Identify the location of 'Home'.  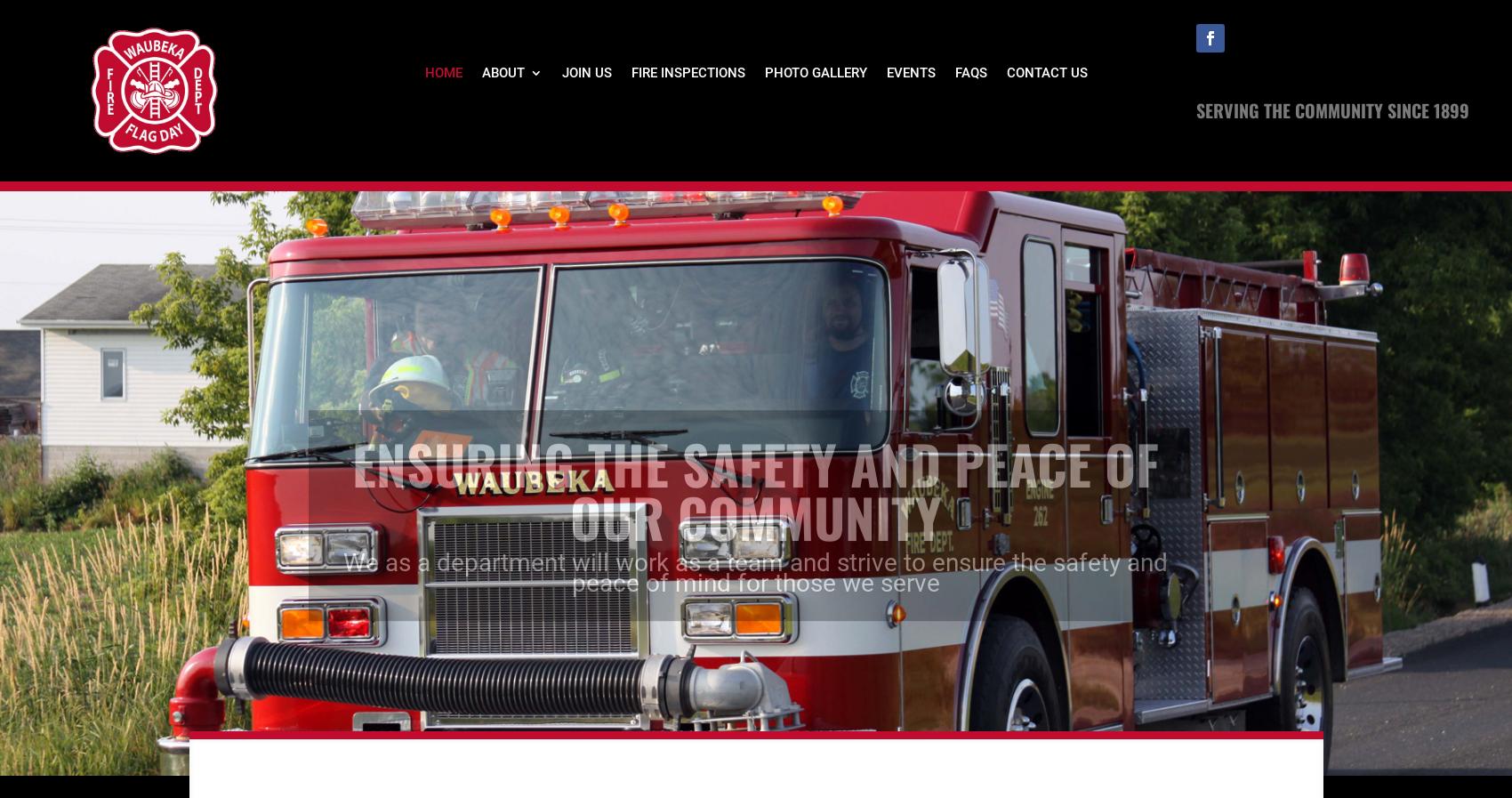
(424, 71).